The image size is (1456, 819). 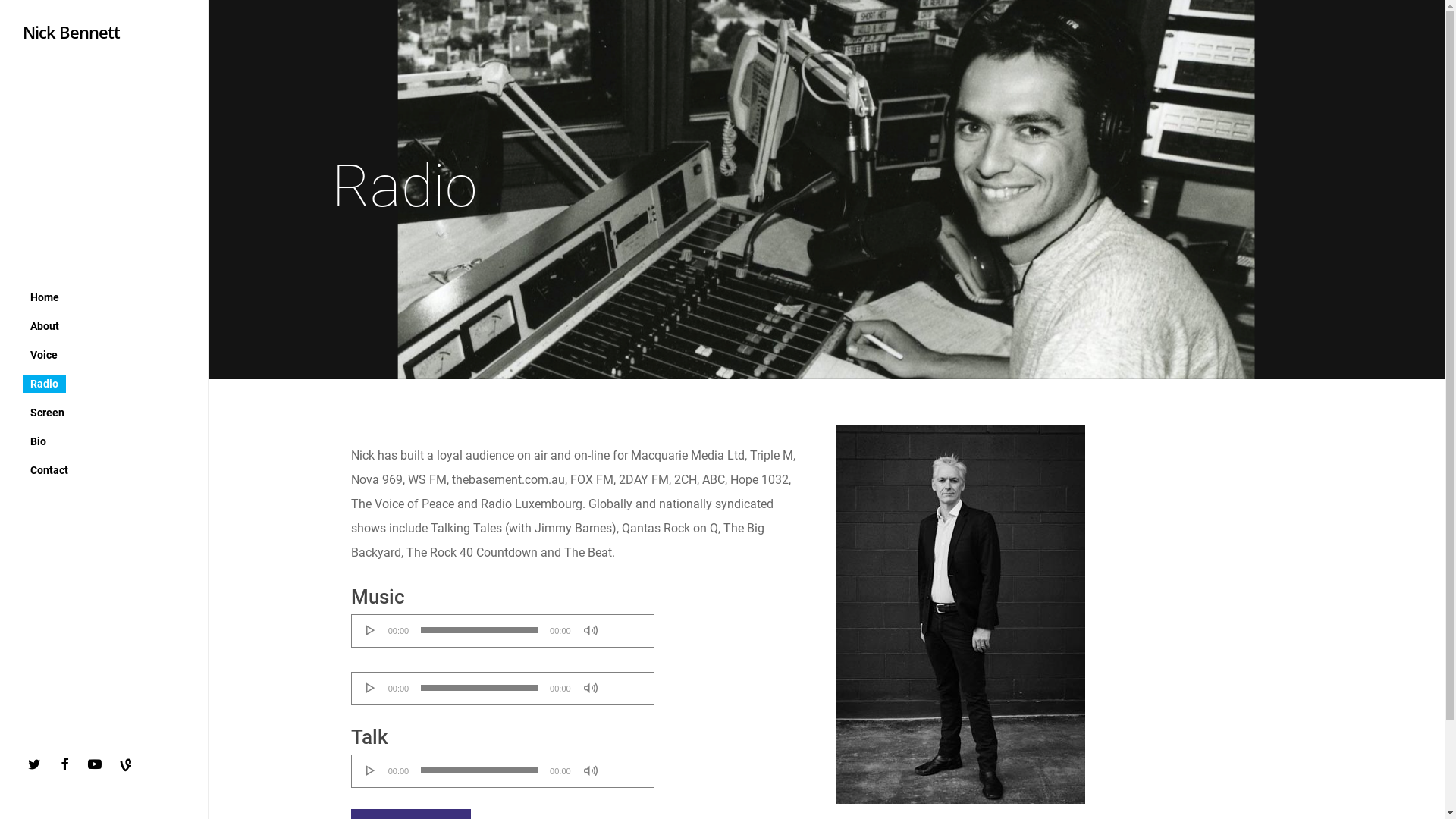 I want to click on 'Mute', so click(x=582, y=629).